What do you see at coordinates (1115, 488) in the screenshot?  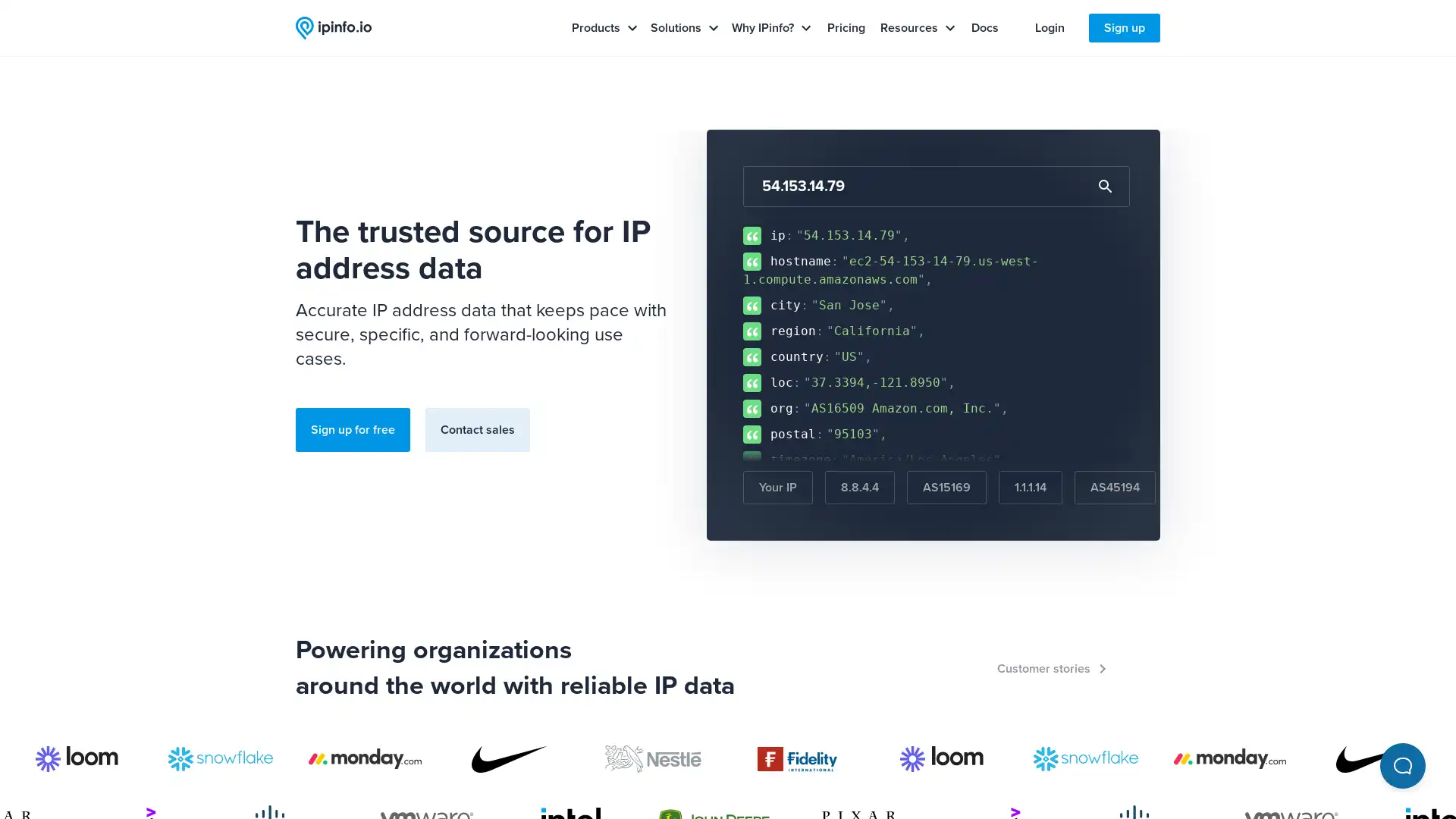 I see `AS45194` at bounding box center [1115, 488].